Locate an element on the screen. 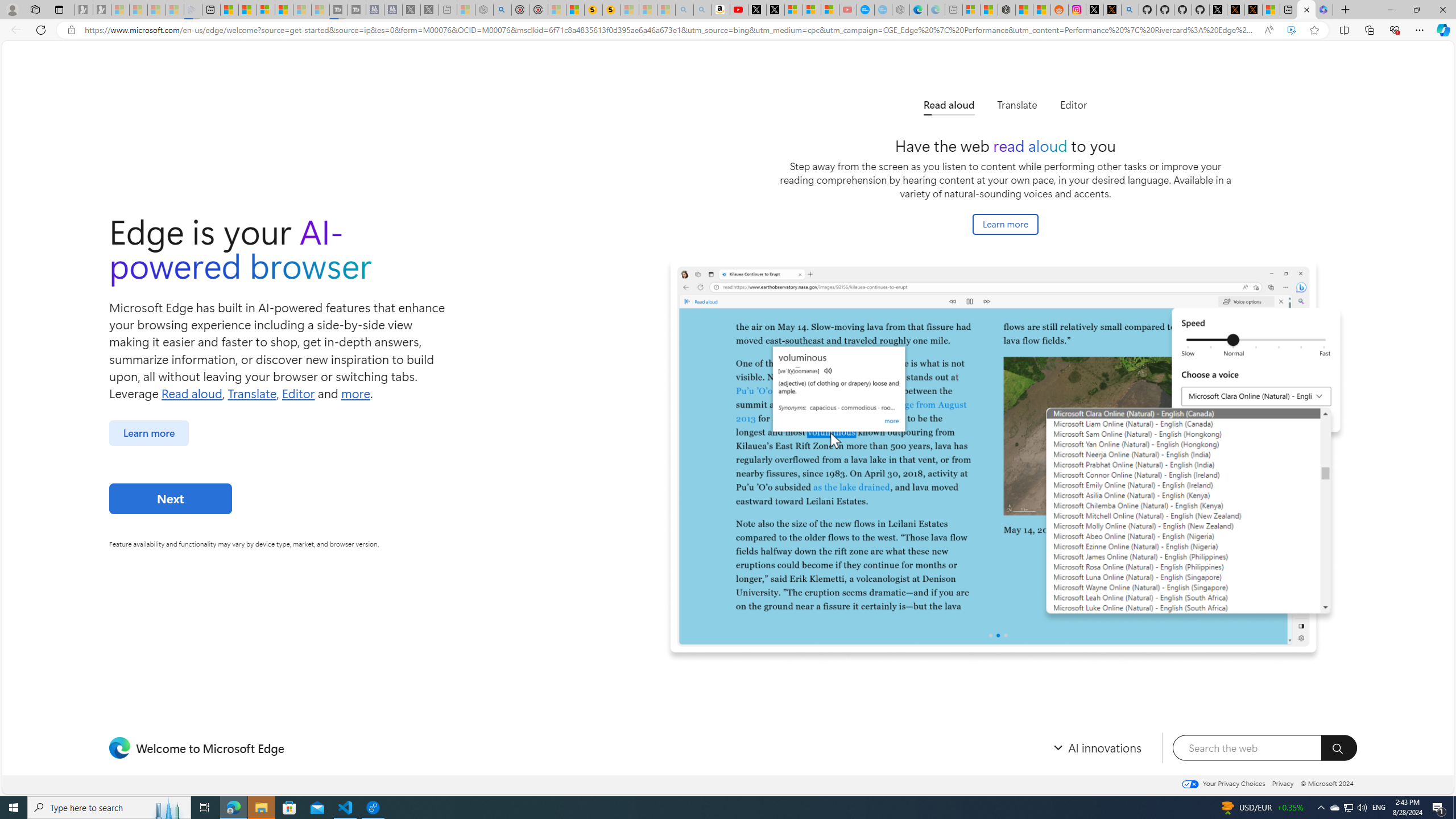 The width and height of the screenshot is (1456, 819). 'X Privacy Policy' is located at coordinates (1254, 9).